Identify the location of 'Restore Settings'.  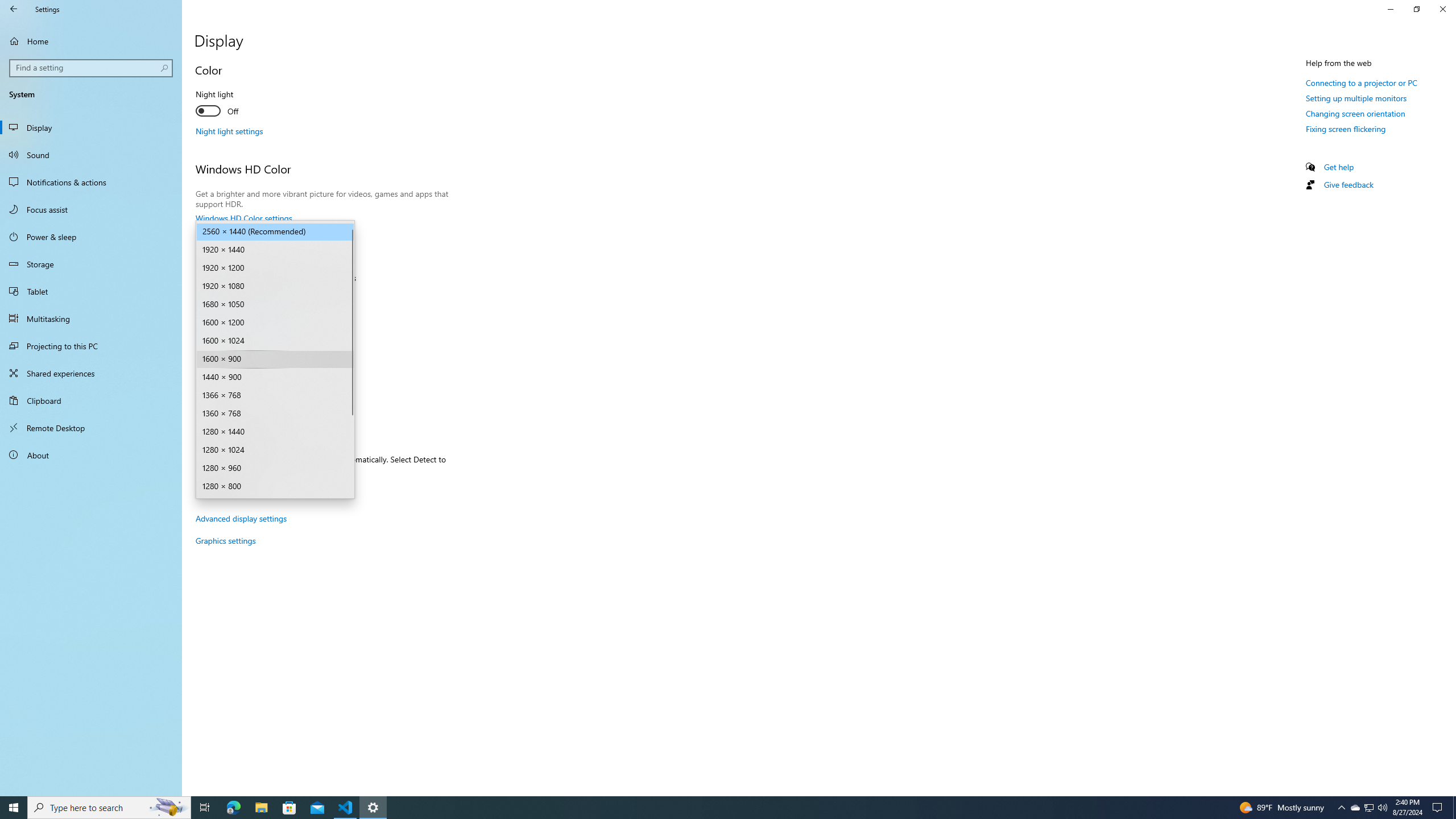
(1416, 9).